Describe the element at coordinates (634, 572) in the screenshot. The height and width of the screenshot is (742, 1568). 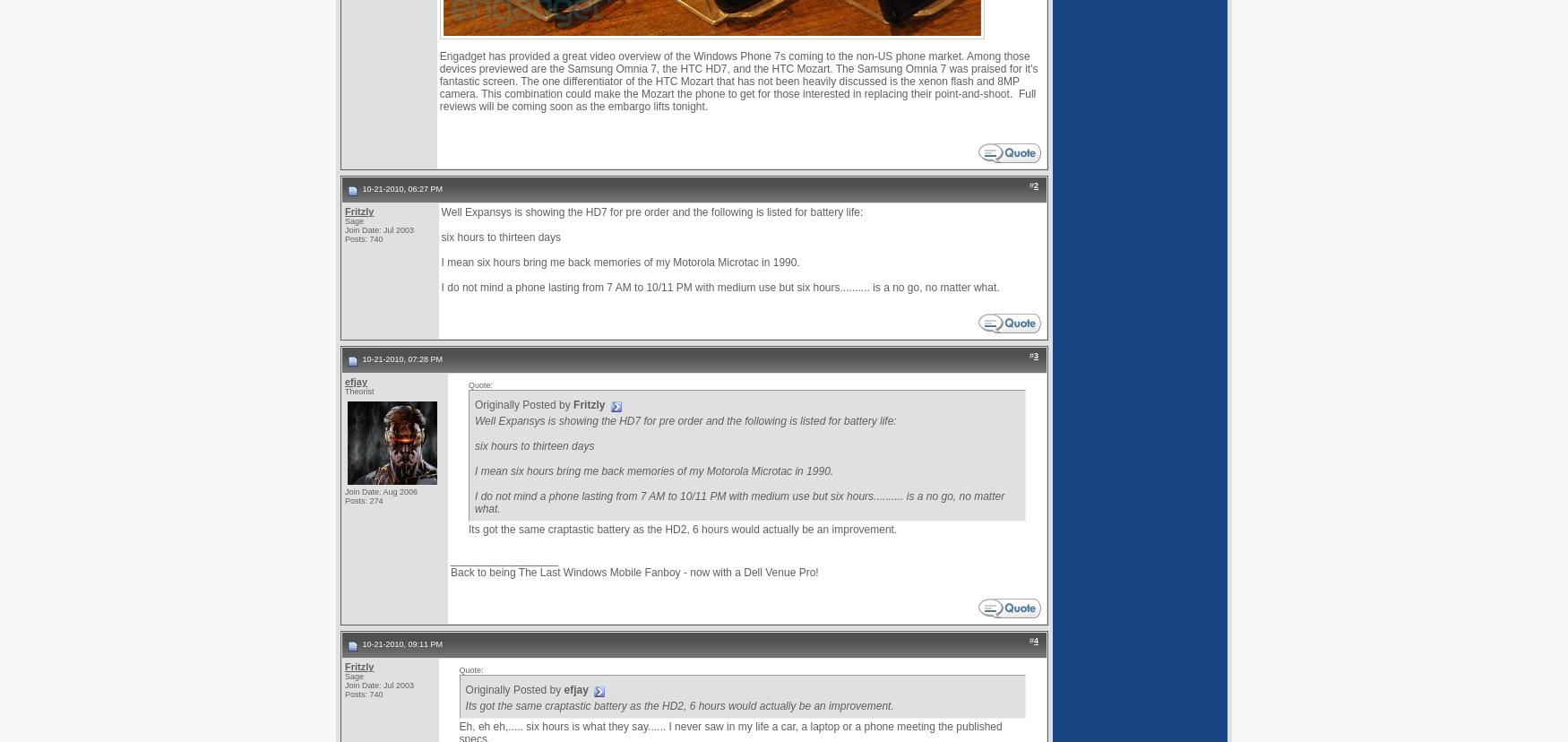
I see `'Back to being The Last Windows Mobile Fanboy - now with a Dell Venue Pro!'` at that location.